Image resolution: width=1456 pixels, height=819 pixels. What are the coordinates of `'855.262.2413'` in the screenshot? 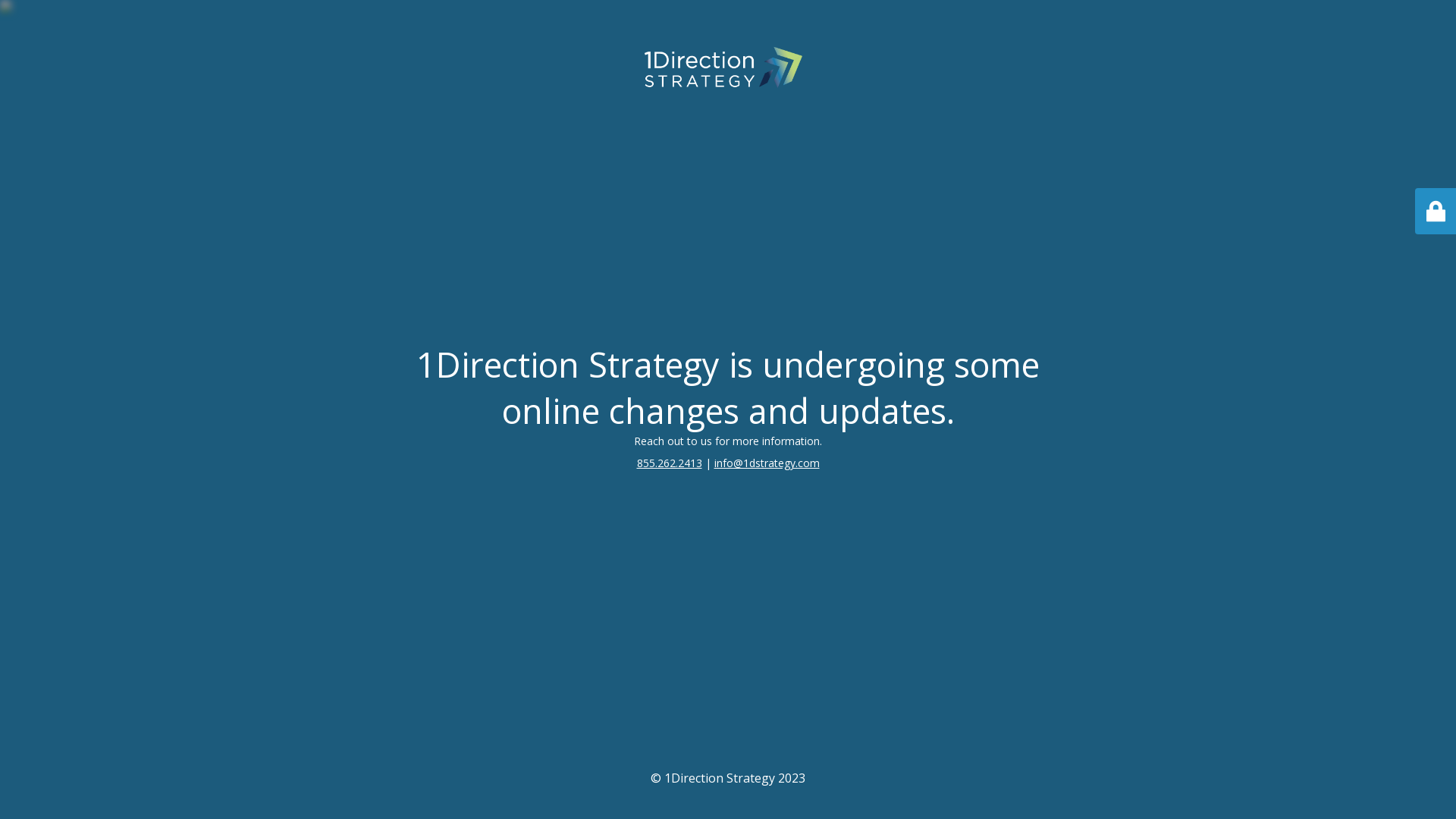 It's located at (637, 462).